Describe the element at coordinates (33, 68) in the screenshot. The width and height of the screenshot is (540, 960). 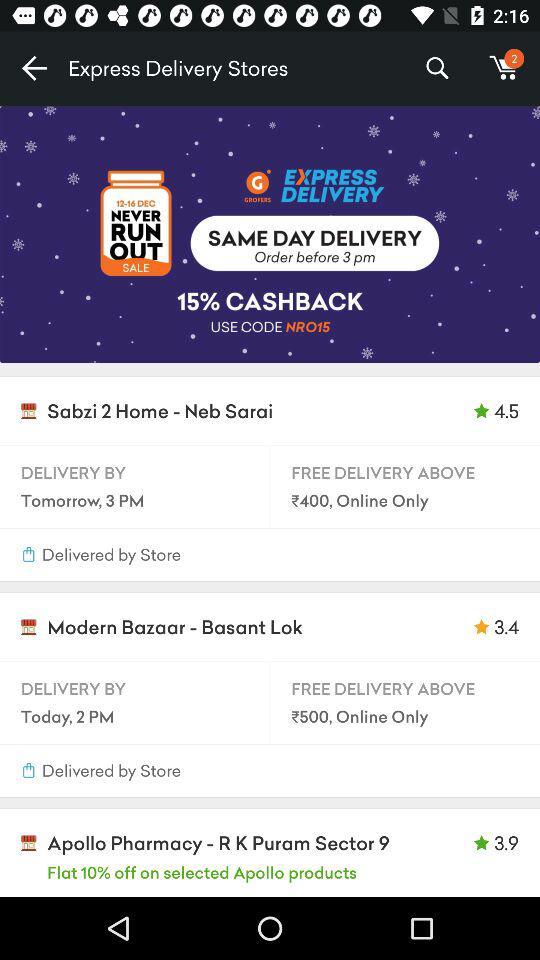
I see `icon to the left of the express delivery stores` at that location.